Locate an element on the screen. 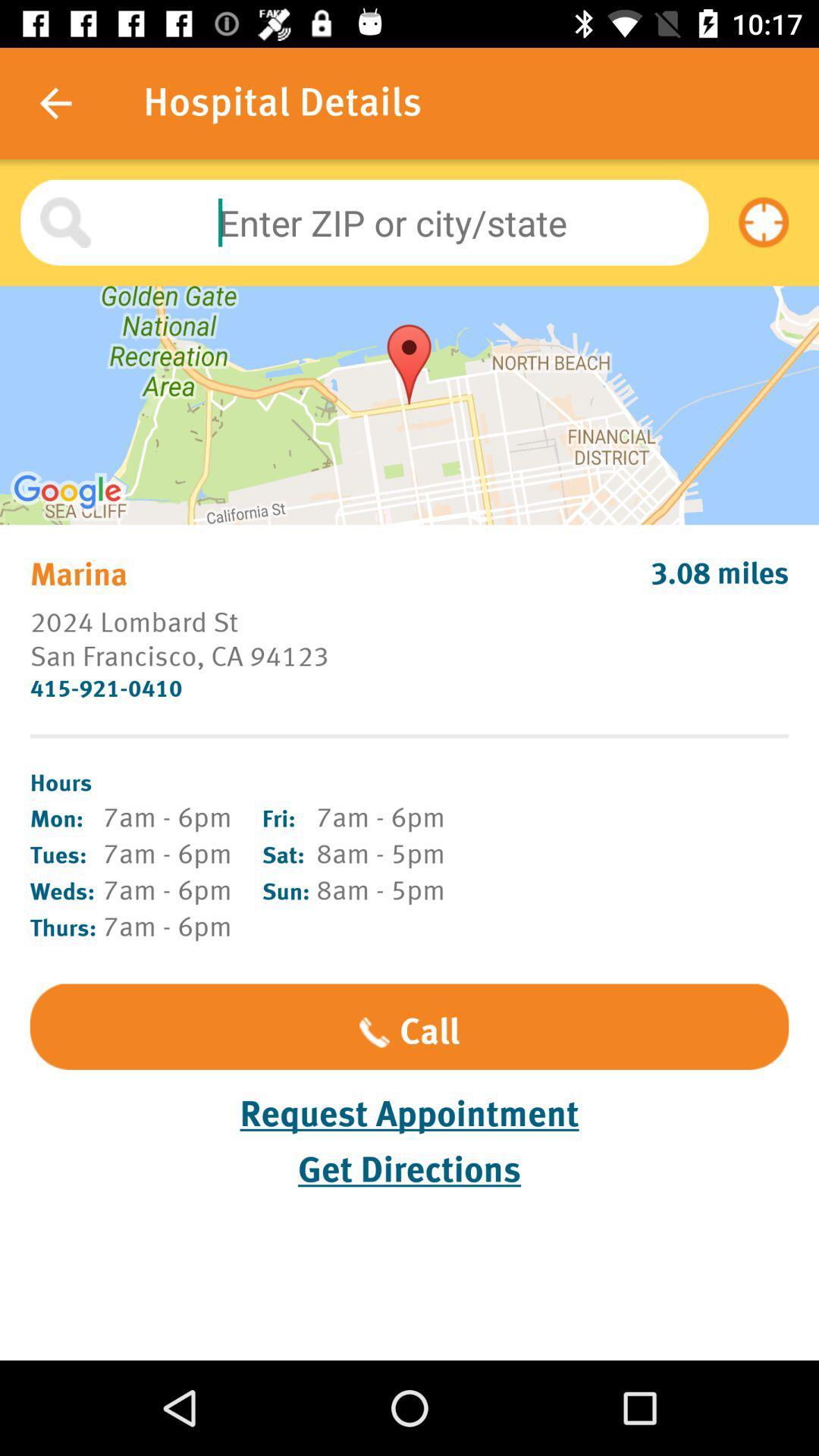 The image size is (819, 1456). icon below the call item is located at coordinates (409, 1114).